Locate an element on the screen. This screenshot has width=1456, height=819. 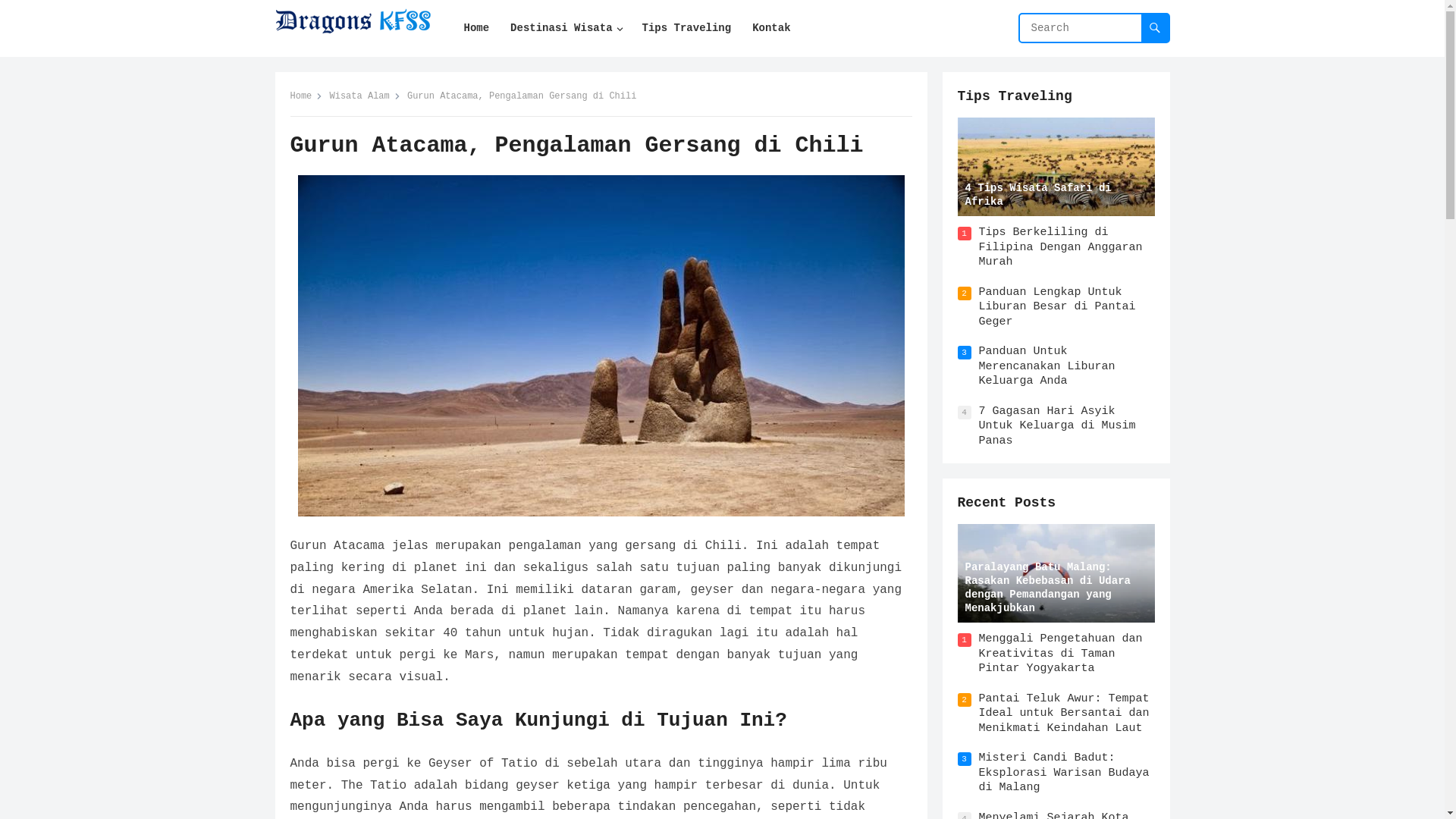
'Home' is located at coordinates (475, 28).